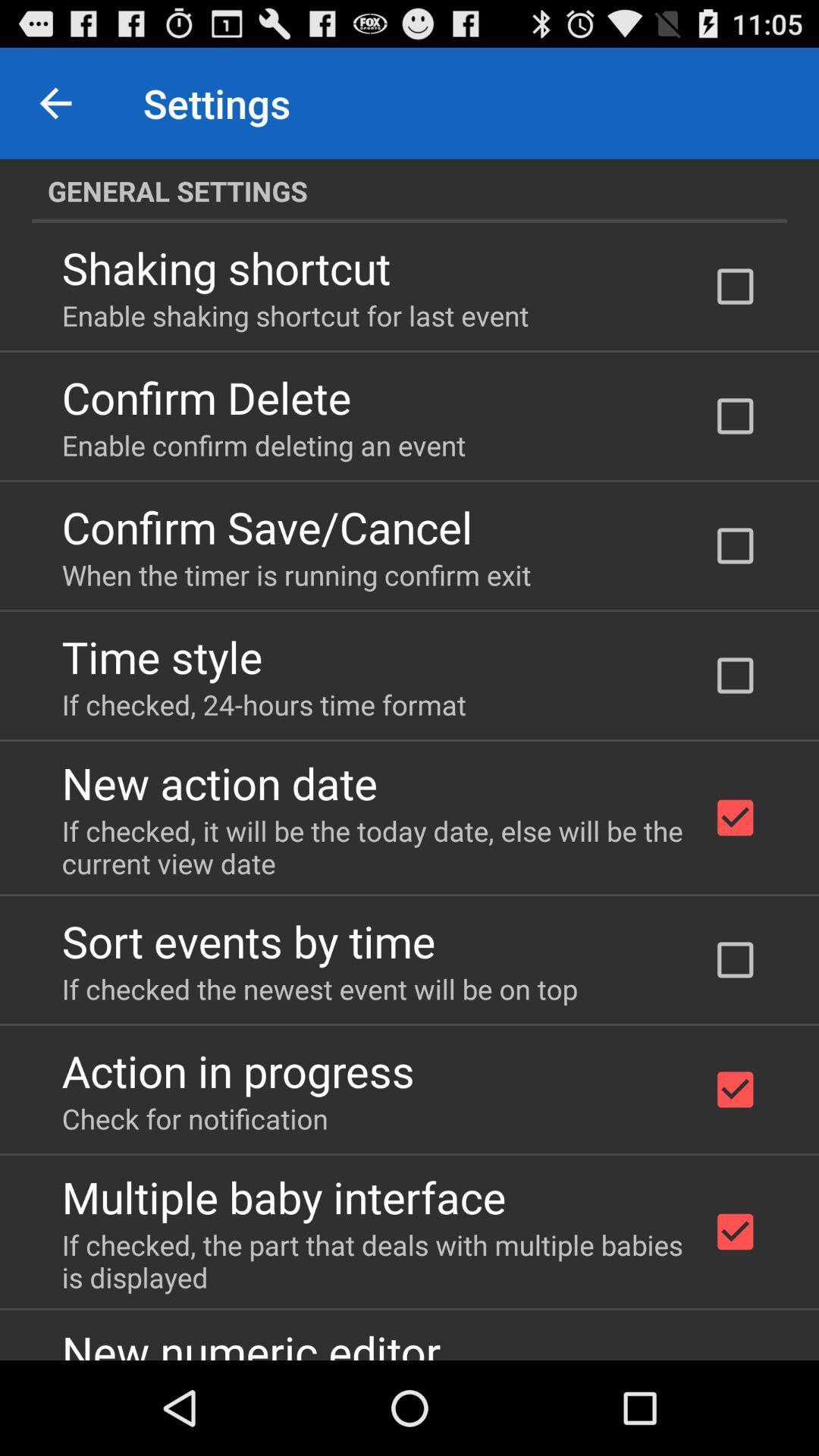 This screenshot has height=1456, width=819. Describe the element at coordinates (55, 102) in the screenshot. I see `item next to settings icon` at that location.